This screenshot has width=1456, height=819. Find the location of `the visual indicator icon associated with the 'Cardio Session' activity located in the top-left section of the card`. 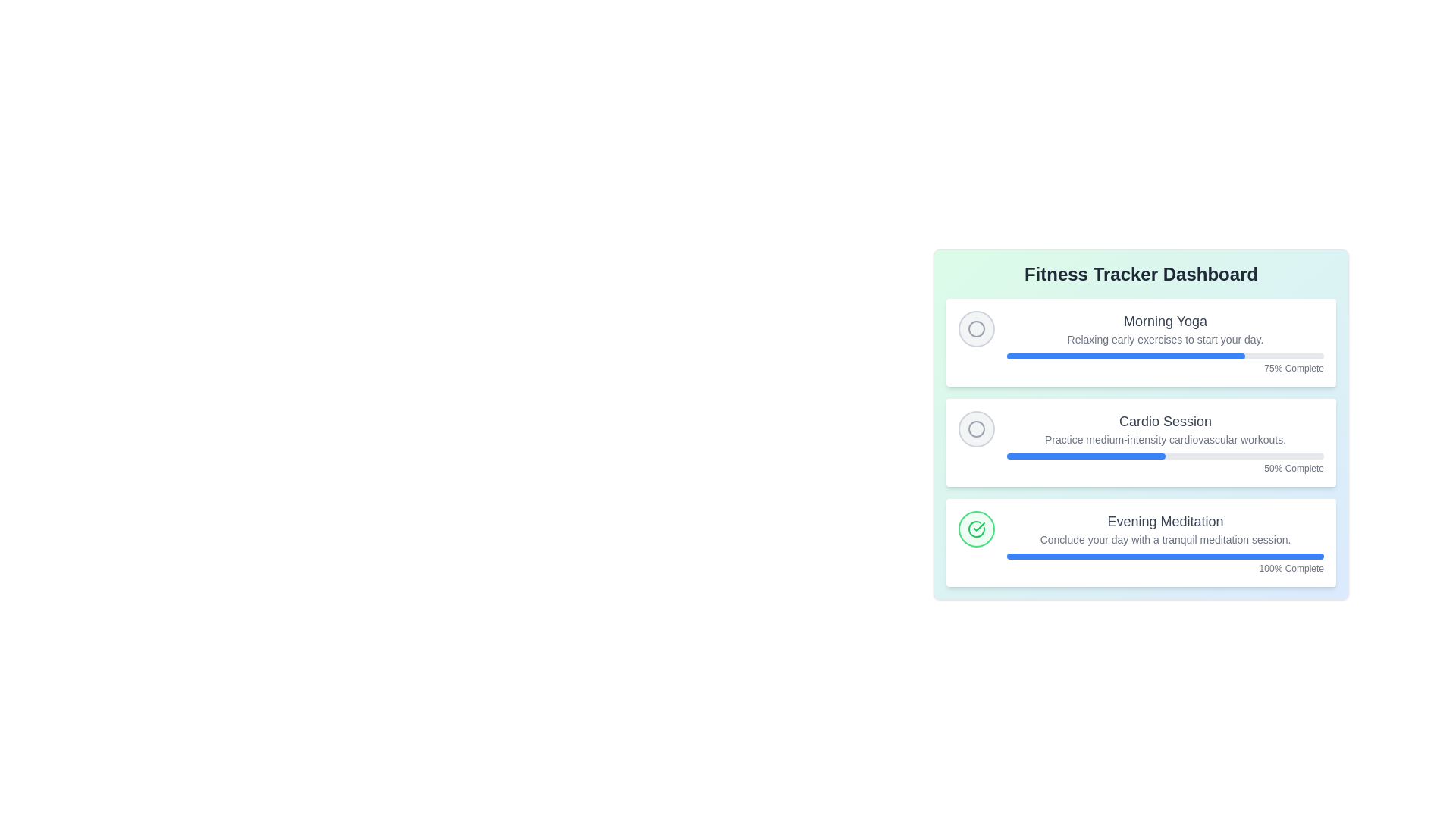

the visual indicator icon associated with the 'Cardio Session' activity located in the top-left section of the card is located at coordinates (976, 429).